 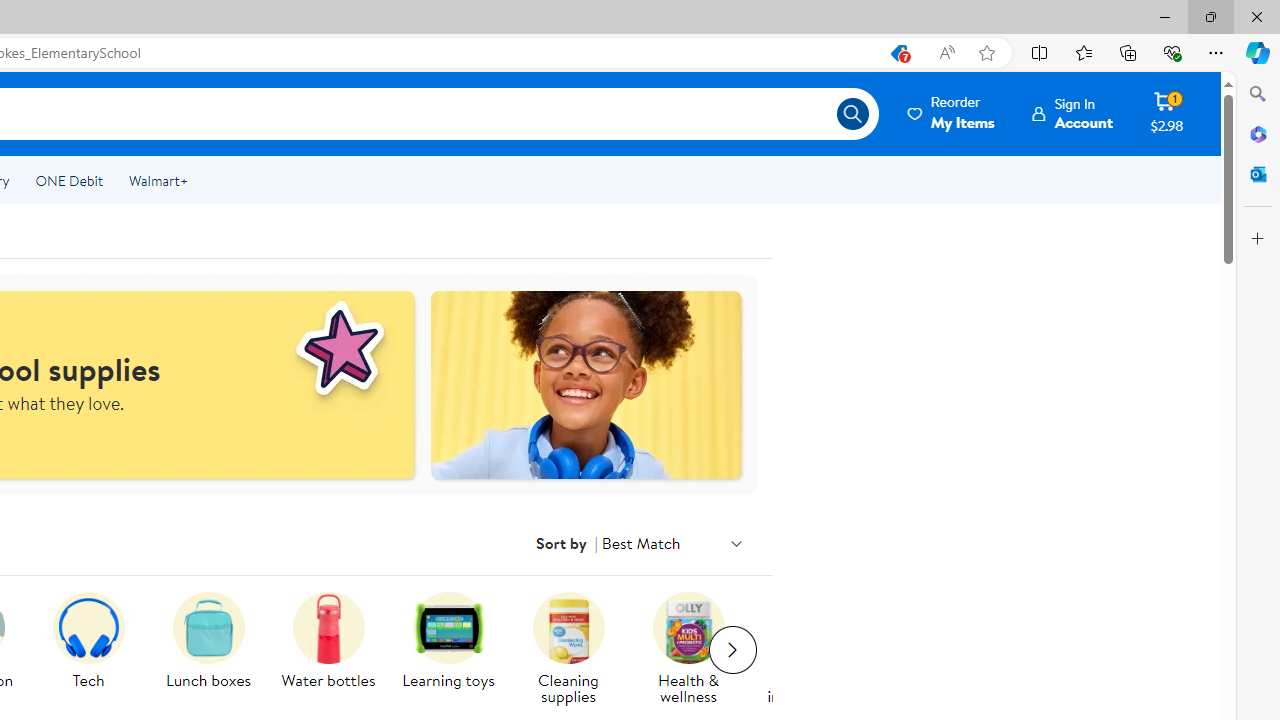 What do you see at coordinates (328, 642) in the screenshot?
I see `'A red water bottle is on display. Water bottles'` at bounding box center [328, 642].